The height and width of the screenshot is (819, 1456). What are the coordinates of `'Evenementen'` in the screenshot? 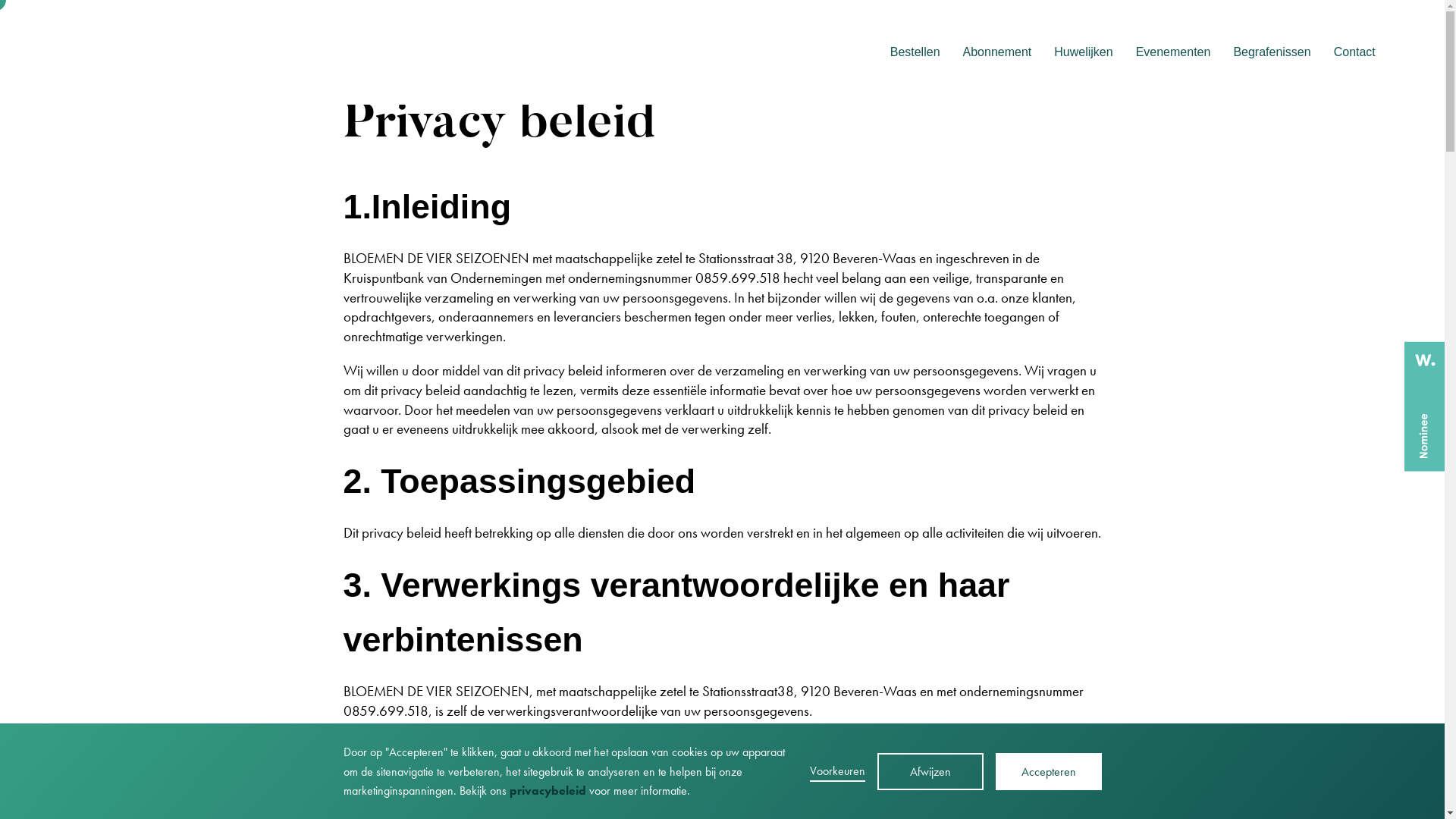 It's located at (1172, 52).